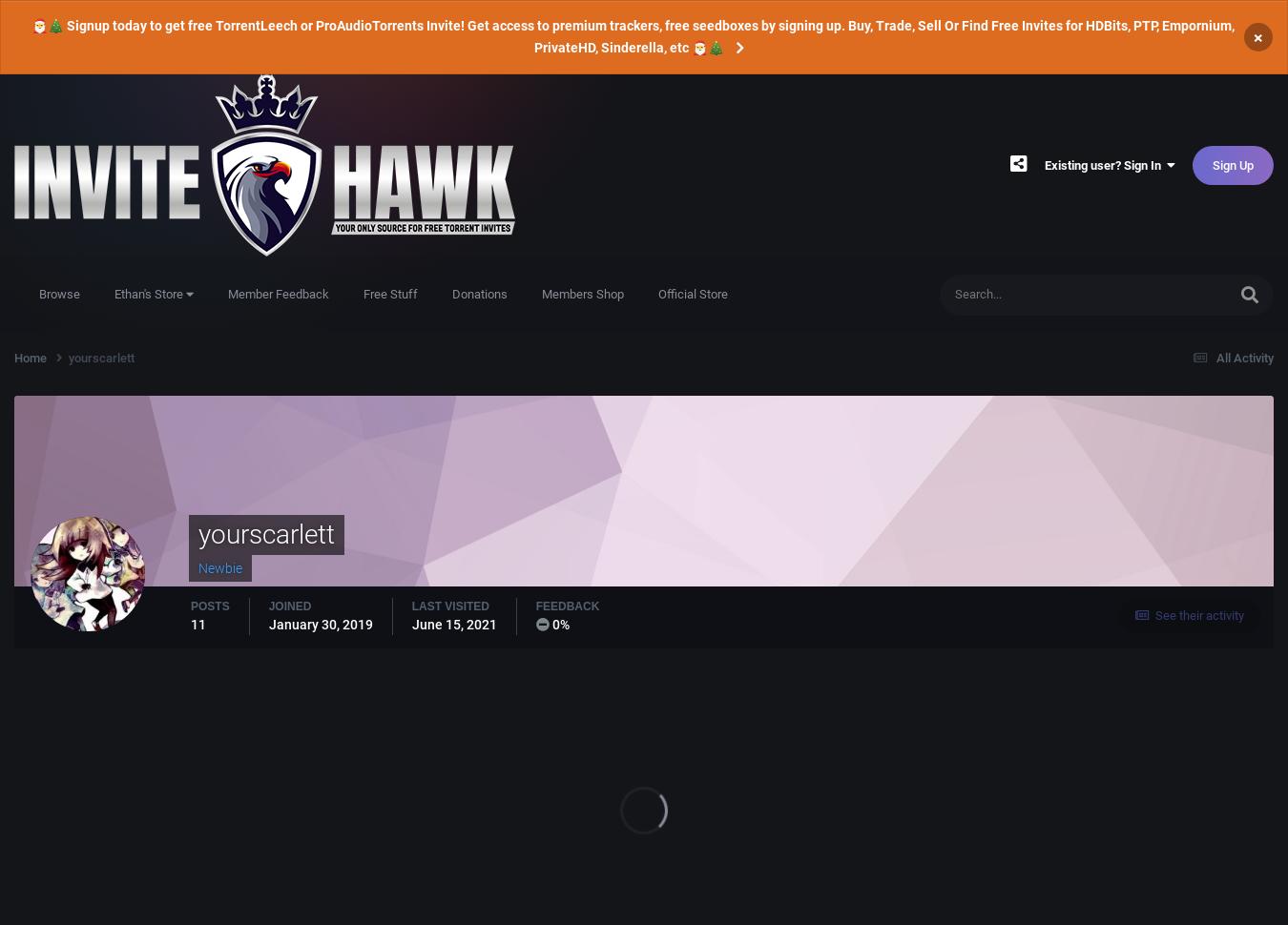 This screenshot has height=925, width=1288. What do you see at coordinates (1099, 373) in the screenshot?
I see `'Raffles'` at bounding box center [1099, 373].